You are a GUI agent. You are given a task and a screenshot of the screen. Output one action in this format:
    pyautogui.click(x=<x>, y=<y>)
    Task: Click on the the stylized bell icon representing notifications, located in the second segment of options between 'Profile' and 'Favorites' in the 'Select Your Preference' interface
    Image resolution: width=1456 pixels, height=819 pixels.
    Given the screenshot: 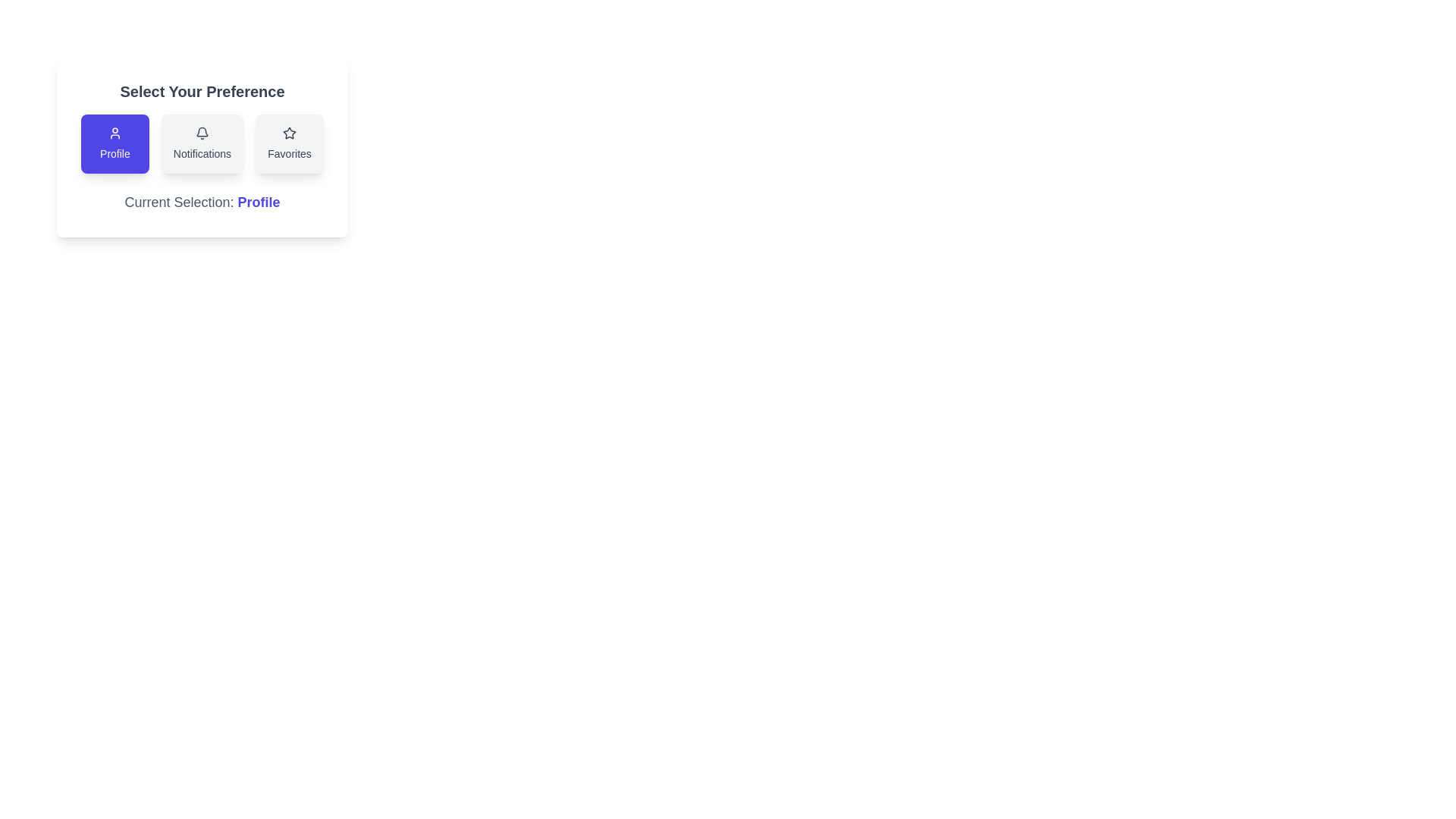 What is the action you would take?
    pyautogui.click(x=202, y=131)
    